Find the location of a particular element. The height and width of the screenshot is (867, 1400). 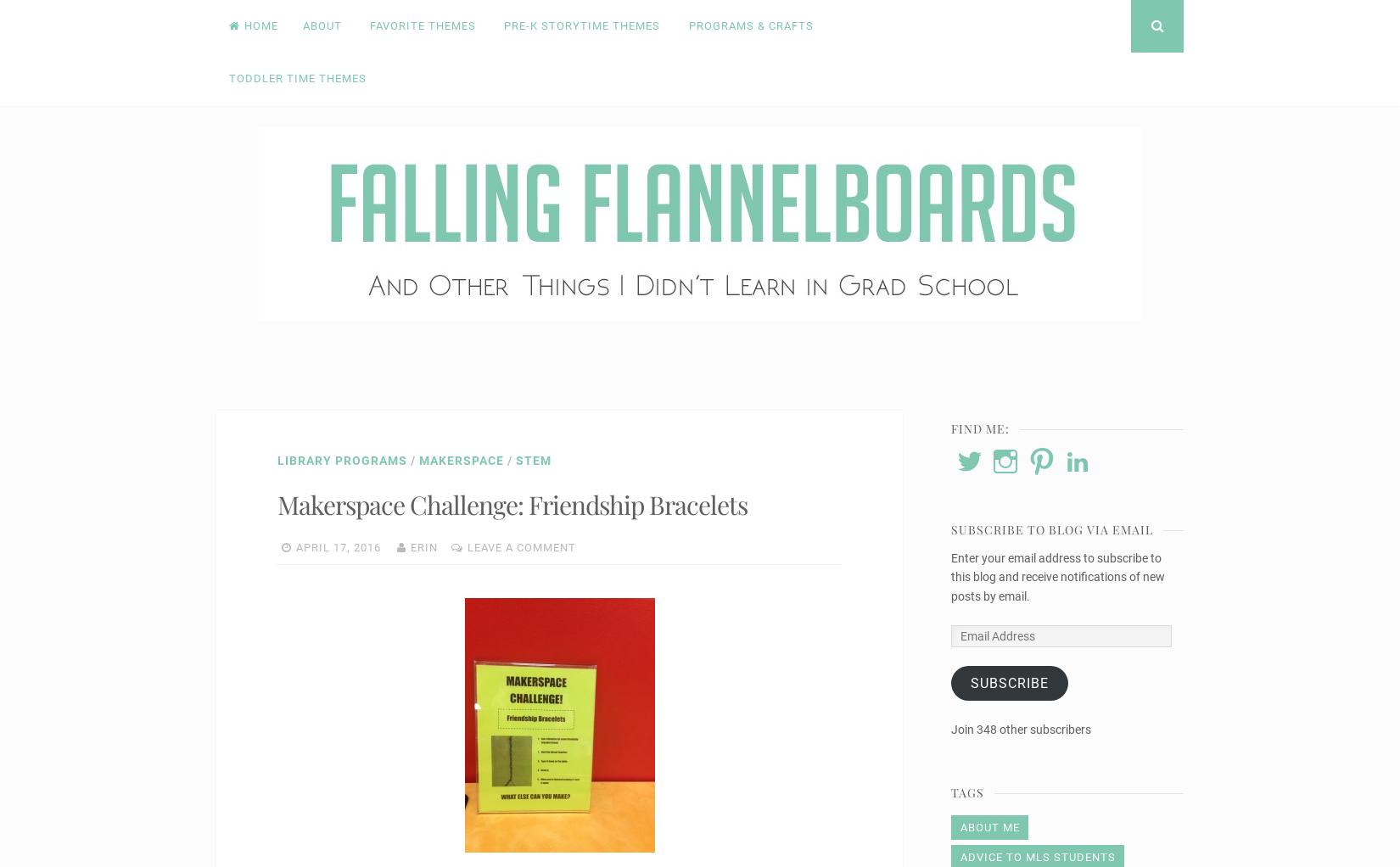

'Makerspace' is located at coordinates (461, 458).